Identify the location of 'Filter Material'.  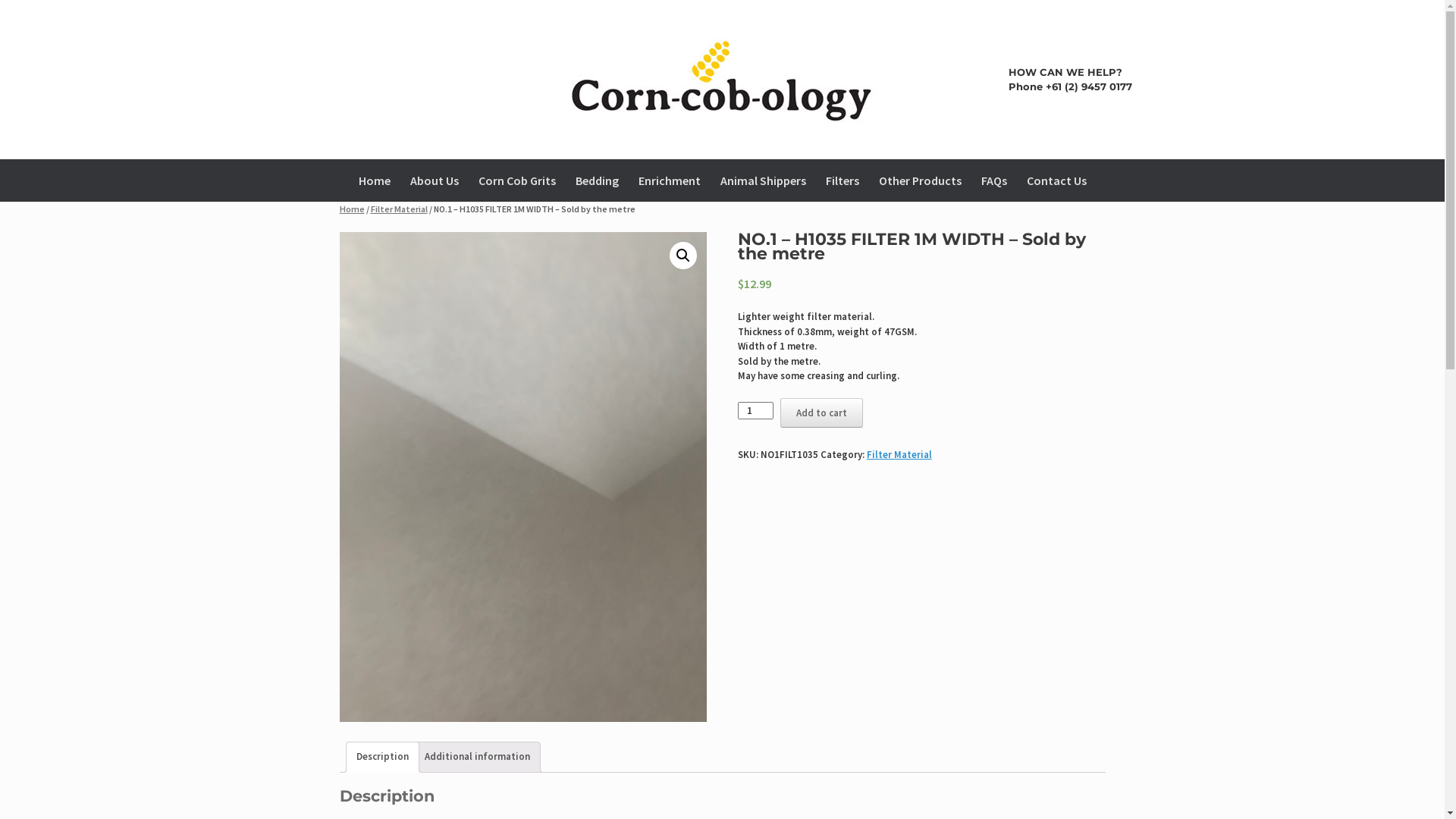
(899, 453).